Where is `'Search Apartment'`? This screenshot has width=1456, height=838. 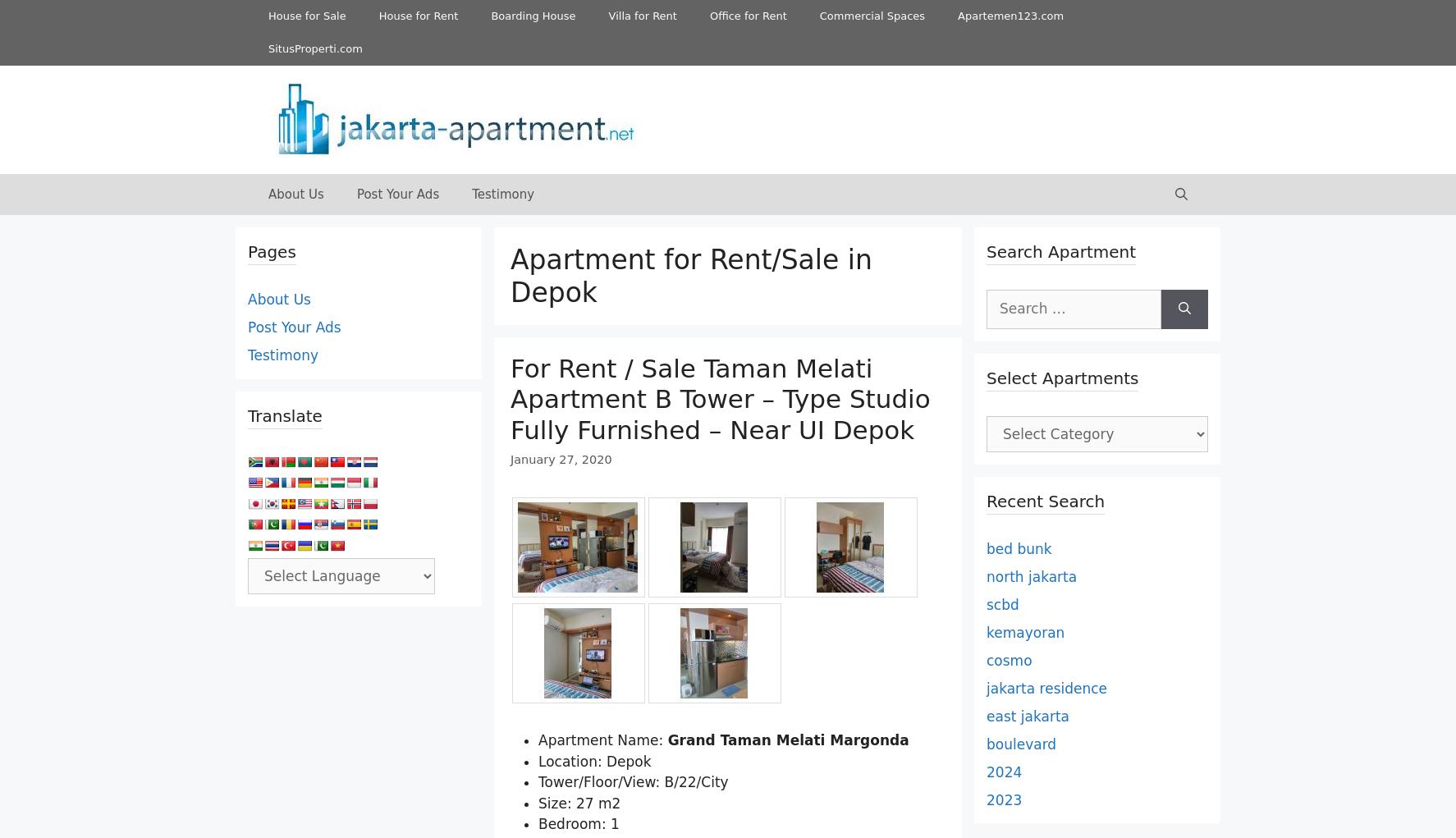 'Search Apartment' is located at coordinates (1060, 252).